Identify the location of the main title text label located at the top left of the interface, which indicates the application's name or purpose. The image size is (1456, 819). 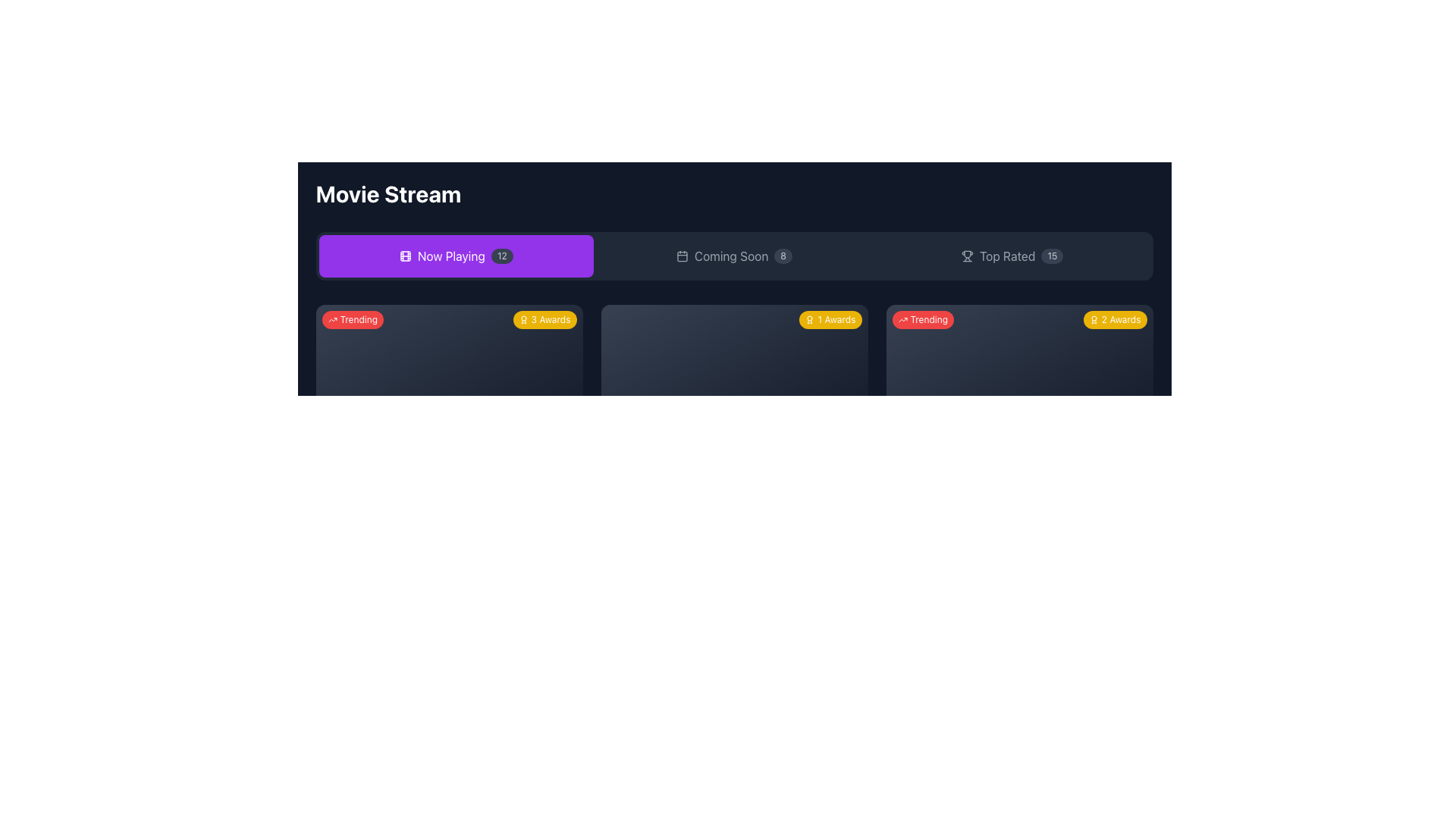
(388, 193).